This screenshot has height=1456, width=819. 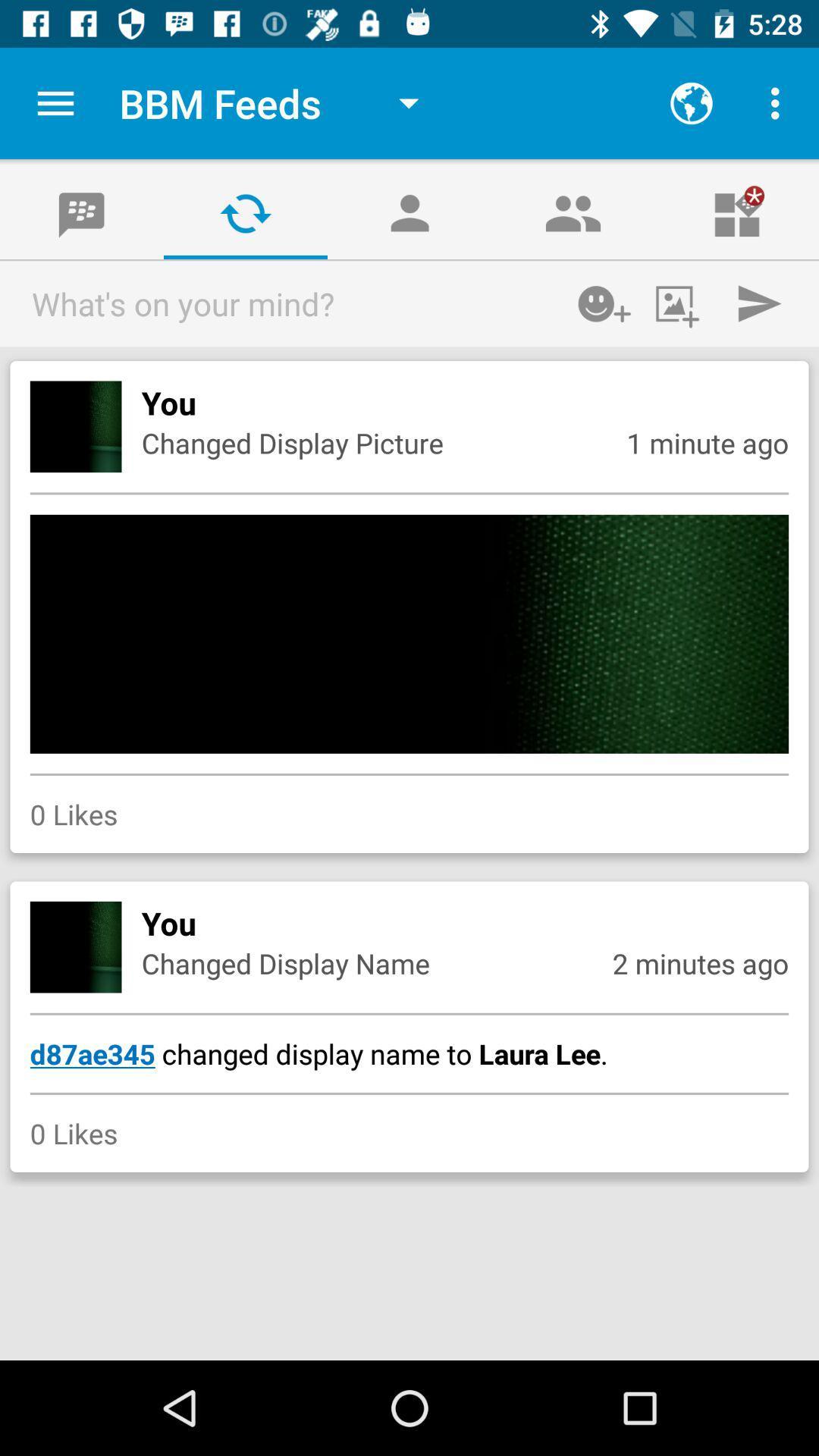 What do you see at coordinates (573, 212) in the screenshot?
I see `the group icon` at bounding box center [573, 212].